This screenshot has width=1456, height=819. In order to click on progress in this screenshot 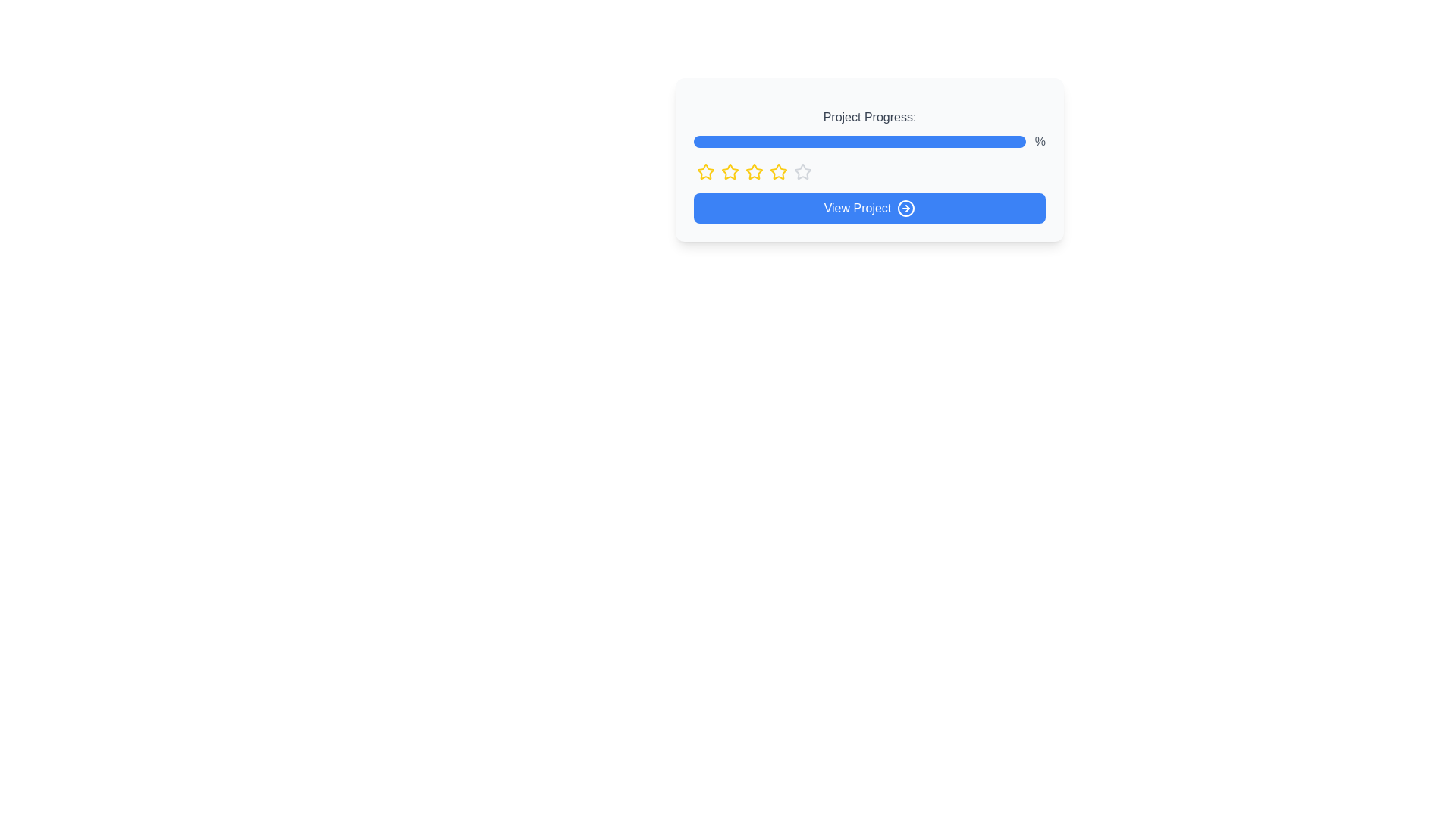, I will do `click(989, 141)`.